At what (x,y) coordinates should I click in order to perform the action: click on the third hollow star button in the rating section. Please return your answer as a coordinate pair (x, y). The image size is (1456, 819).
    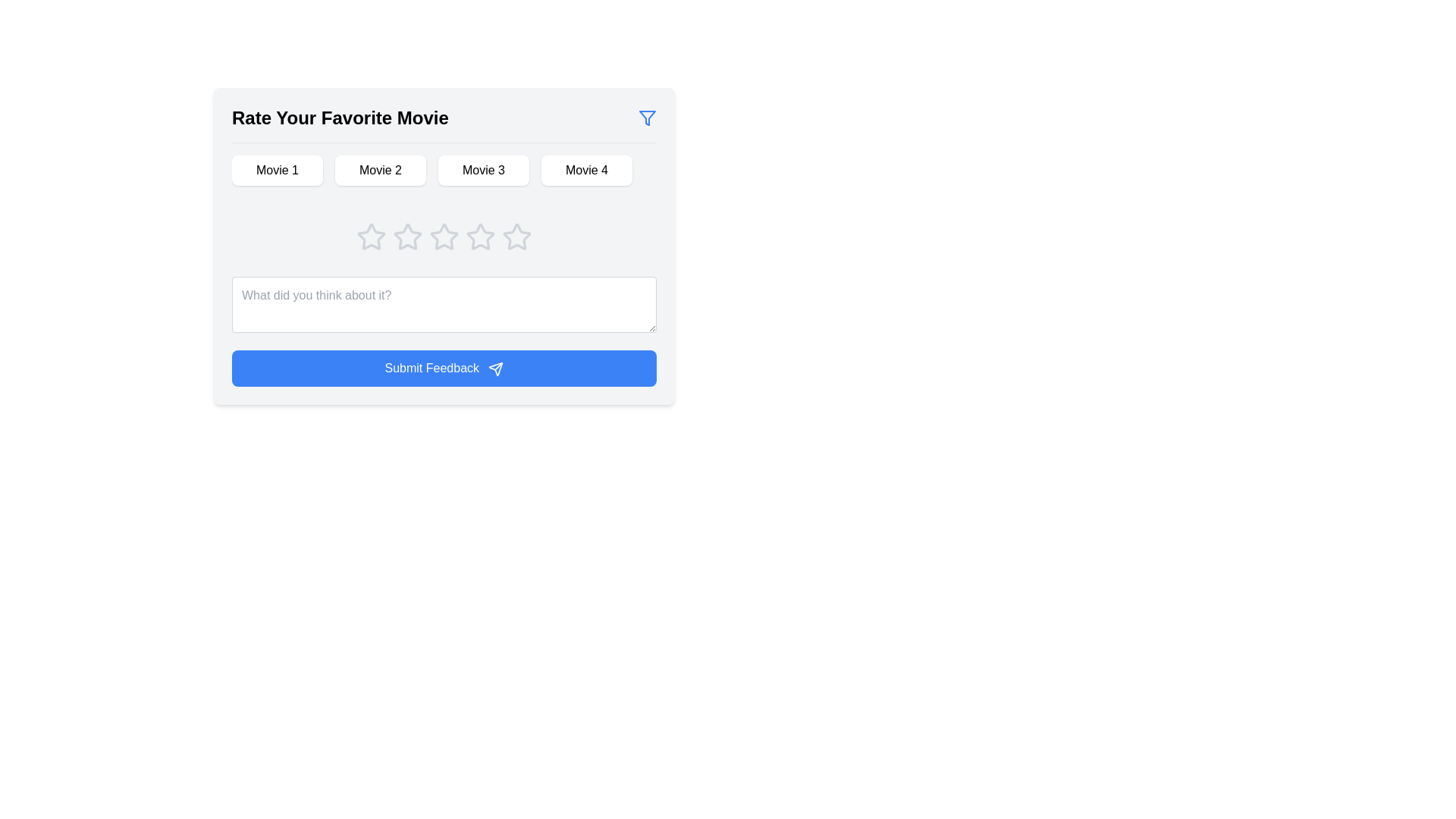
    Looking at the image, I should click on (407, 237).